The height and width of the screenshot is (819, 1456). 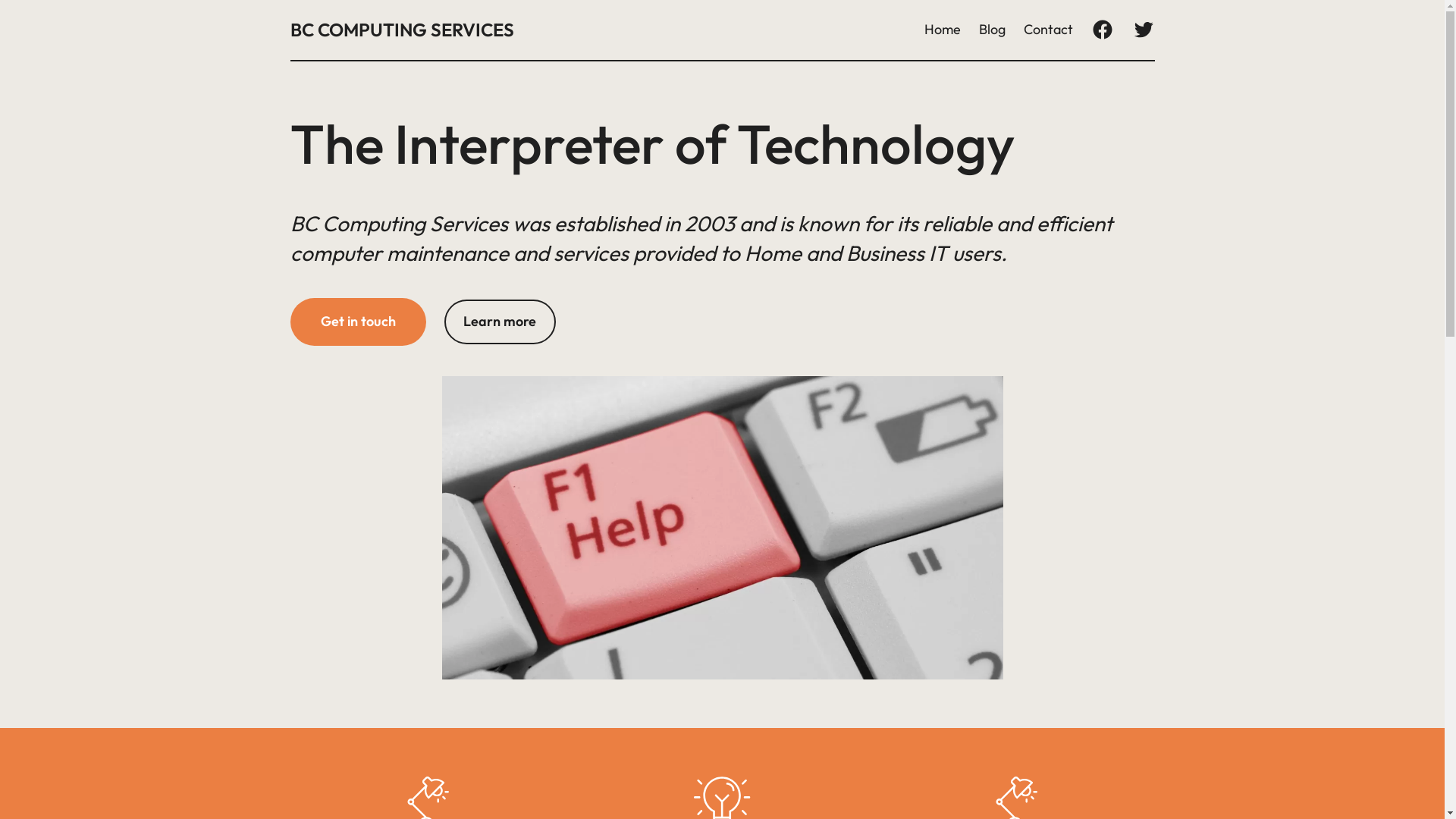 What do you see at coordinates (941, 30) in the screenshot?
I see `'Home'` at bounding box center [941, 30].